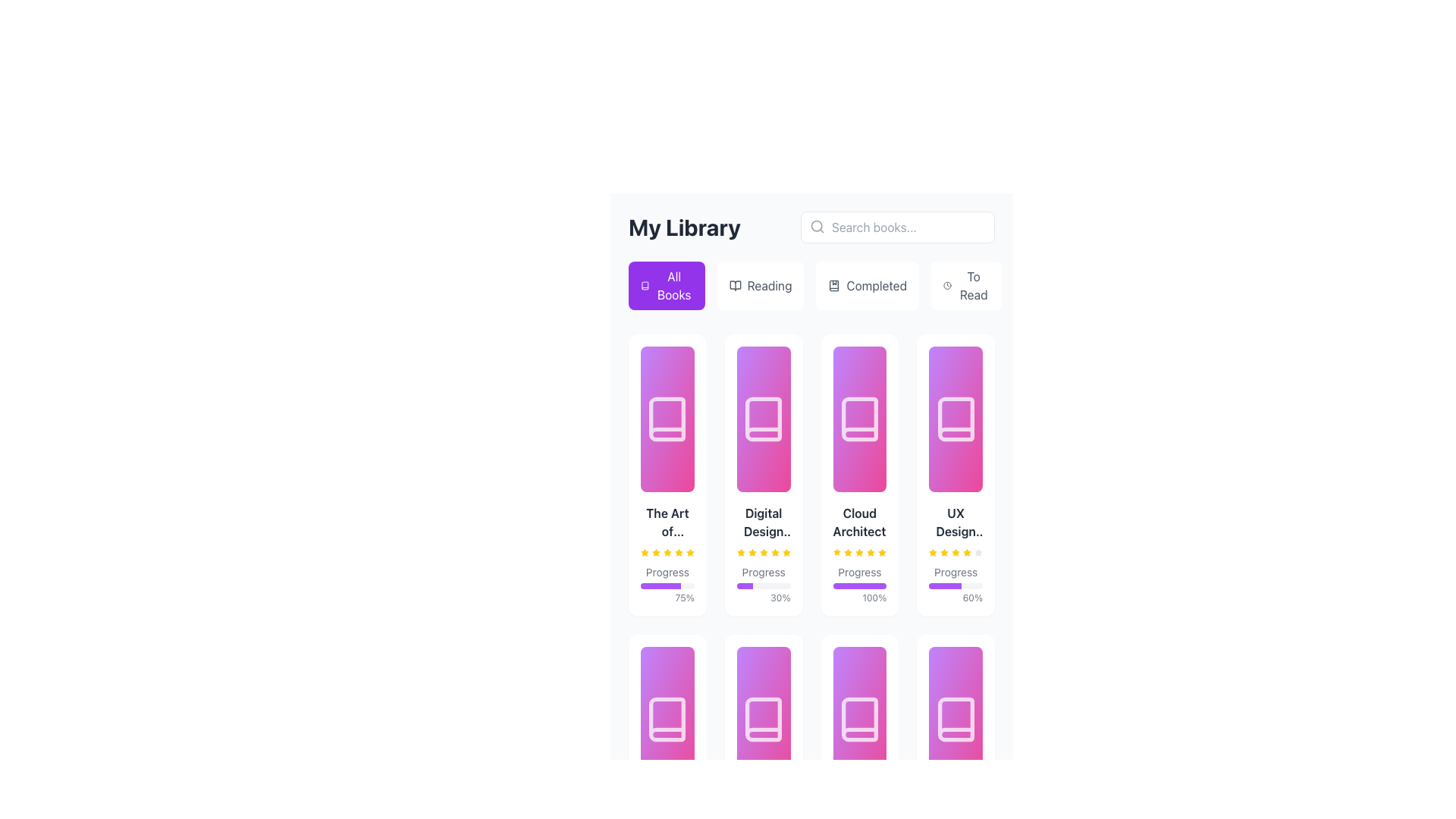 The image size is (1456, 819). What do you see at coordinates (859, 419) in the screenshot?
I see `the decorative book icon located in the third column of the first row within the 'My Library' section` at bounding box center [859, 419].